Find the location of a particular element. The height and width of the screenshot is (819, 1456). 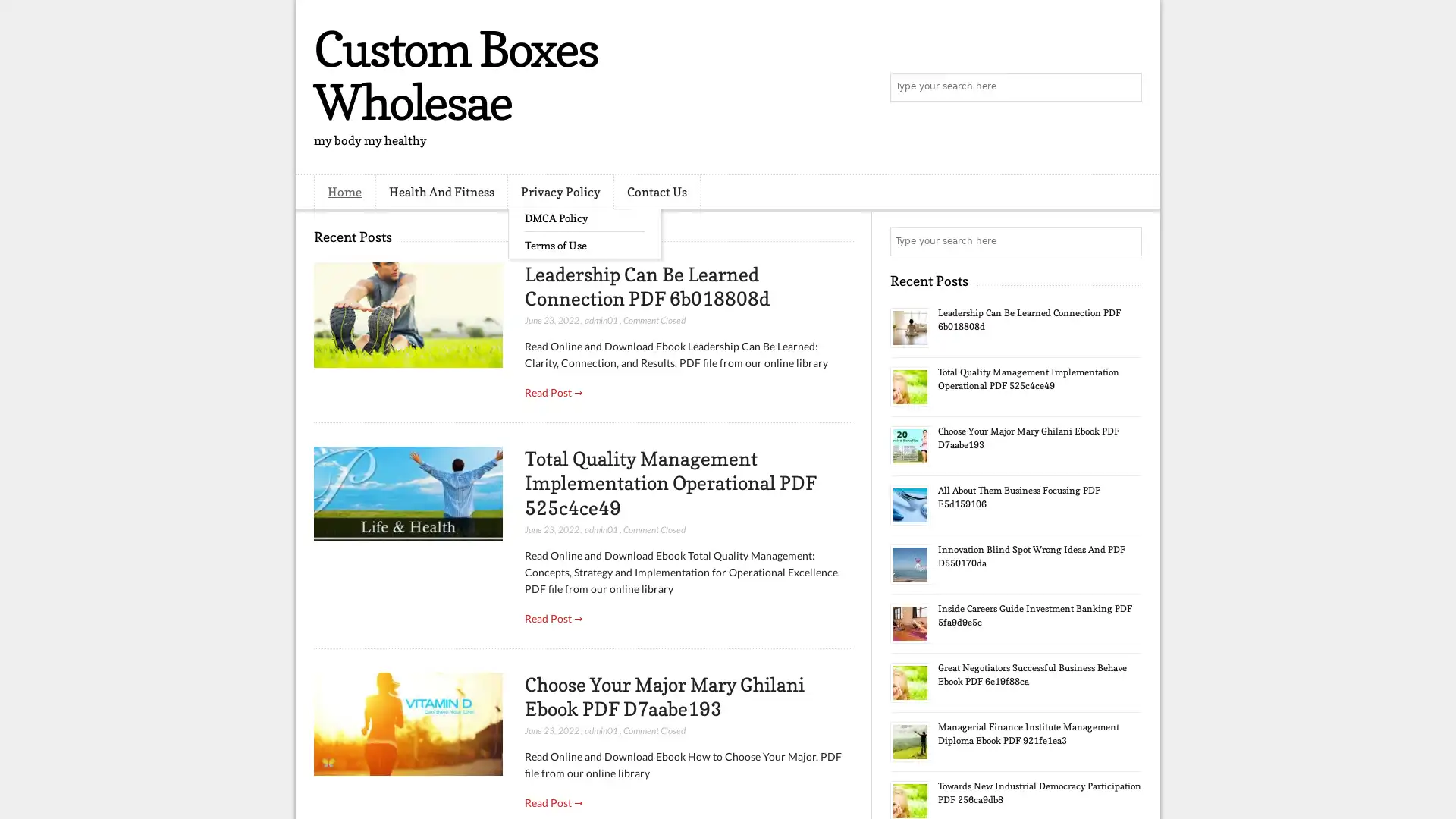

Search is located at coordinates (1126, 87).